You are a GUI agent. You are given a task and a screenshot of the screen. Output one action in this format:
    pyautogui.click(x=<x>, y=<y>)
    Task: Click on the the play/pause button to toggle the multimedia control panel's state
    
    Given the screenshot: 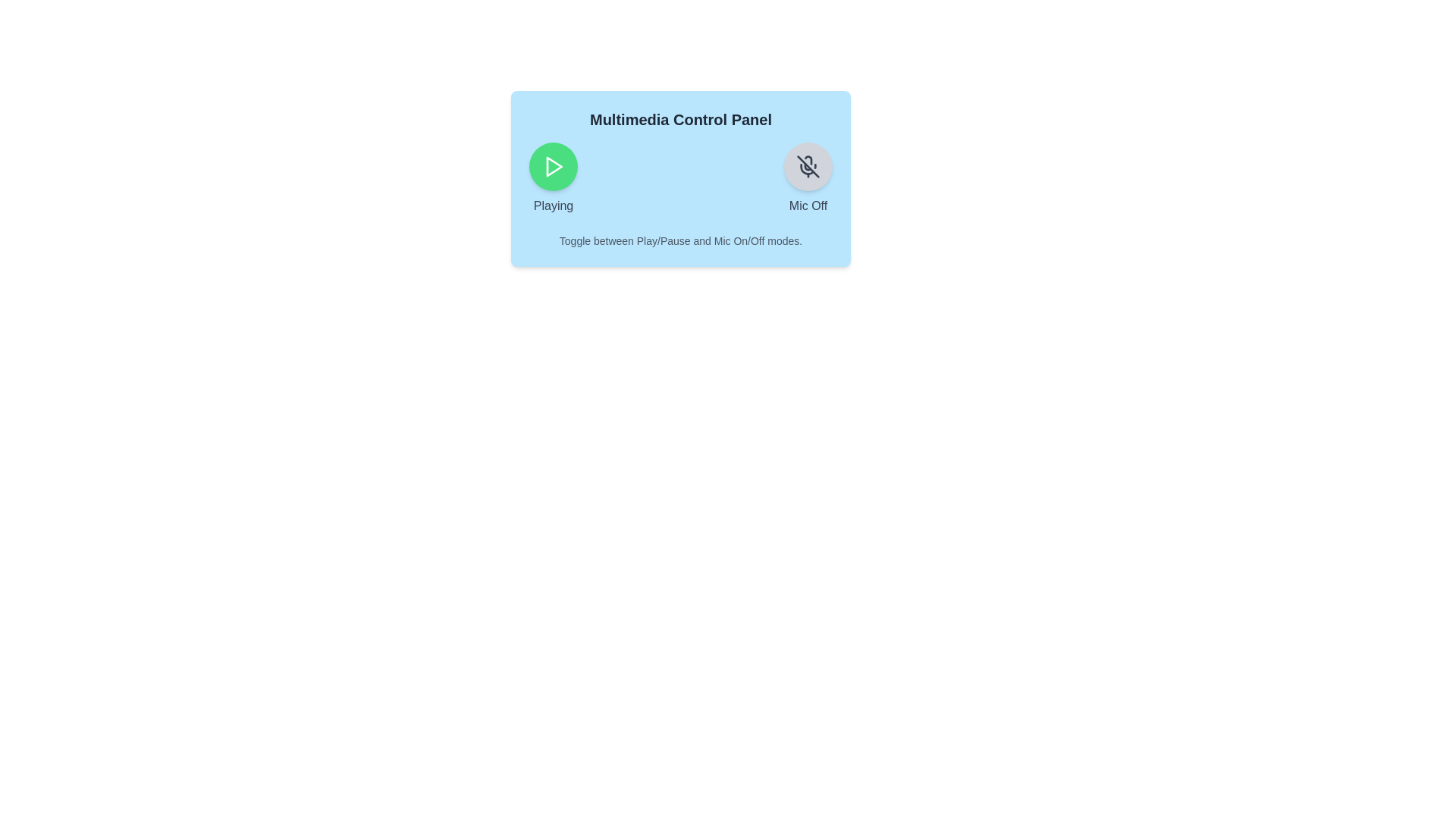 What is the action you would take?
    pyautogui.click(x=552, y=166)
    